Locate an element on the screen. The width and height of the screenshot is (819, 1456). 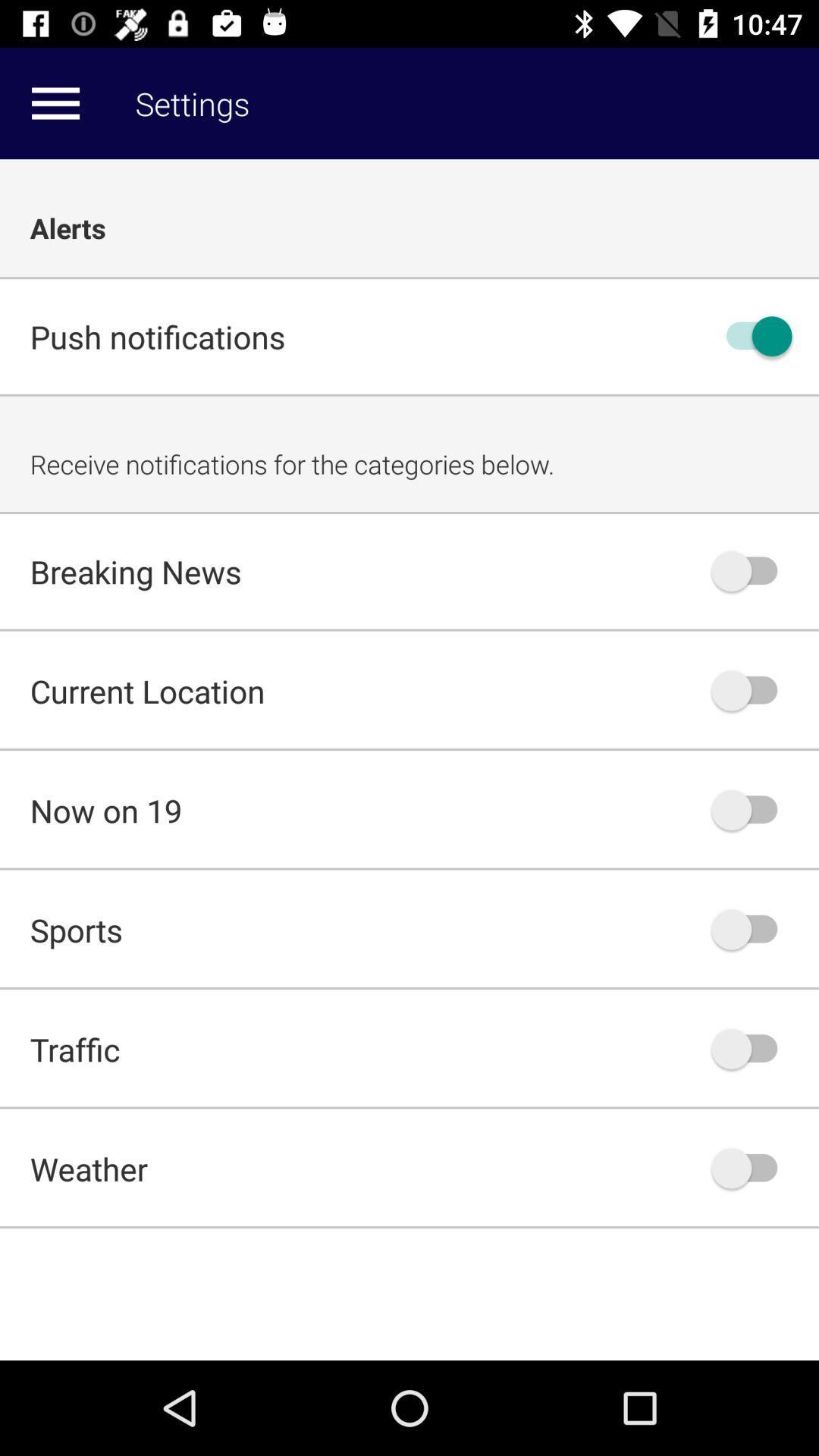
the icon at the top left corner is located at coordinates (55, 102).